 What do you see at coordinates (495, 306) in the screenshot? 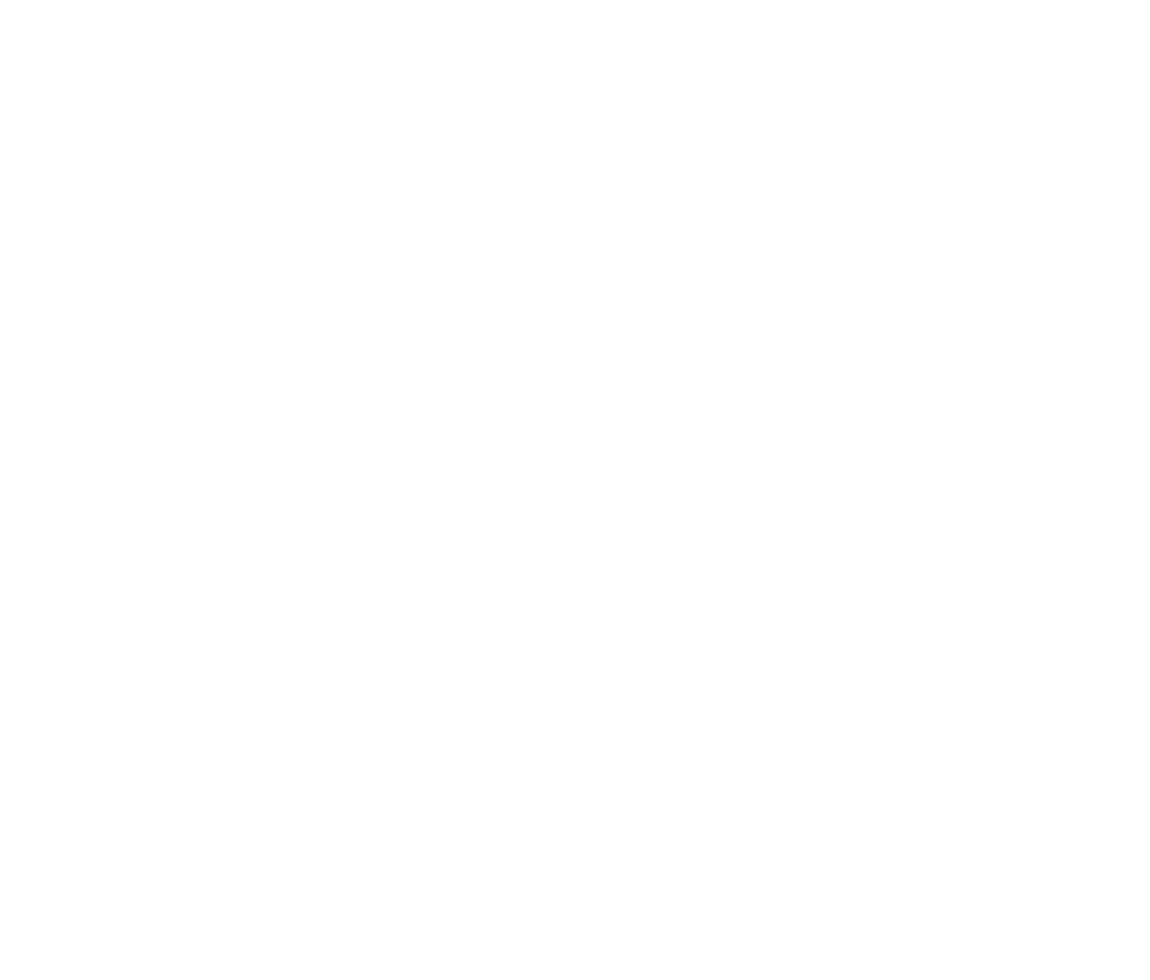
I see `'“We chose the dBTechnologies ViO Series for this event for a variety of reasons, but primarily because it's reliable, rider-ready, easy to deploy, and sounds great.”'` at bounding box center [495, 306].